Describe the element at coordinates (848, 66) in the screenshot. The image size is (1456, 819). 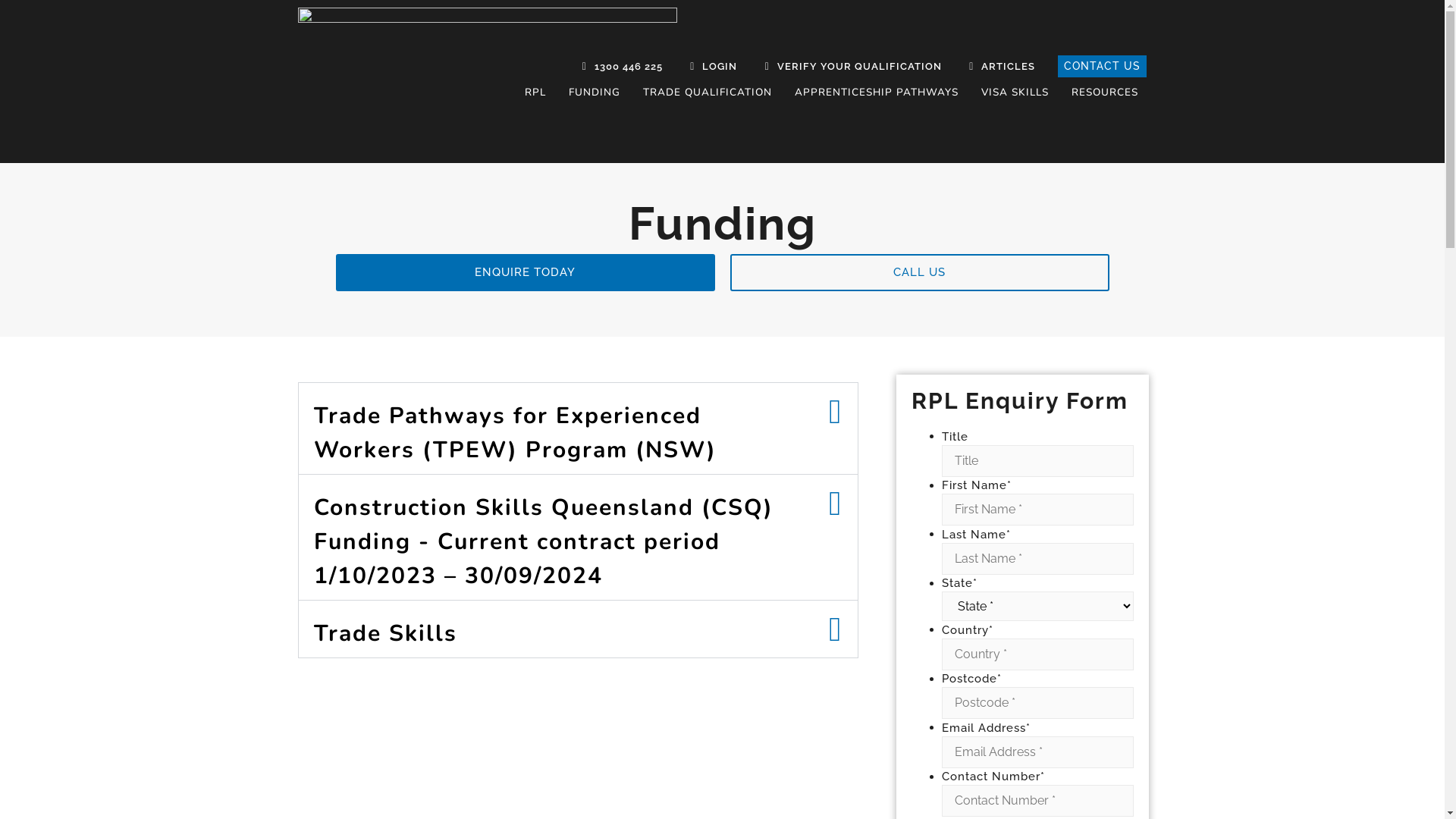
I see `'VERIFY YOUR QUALIFICATION'` at that location.